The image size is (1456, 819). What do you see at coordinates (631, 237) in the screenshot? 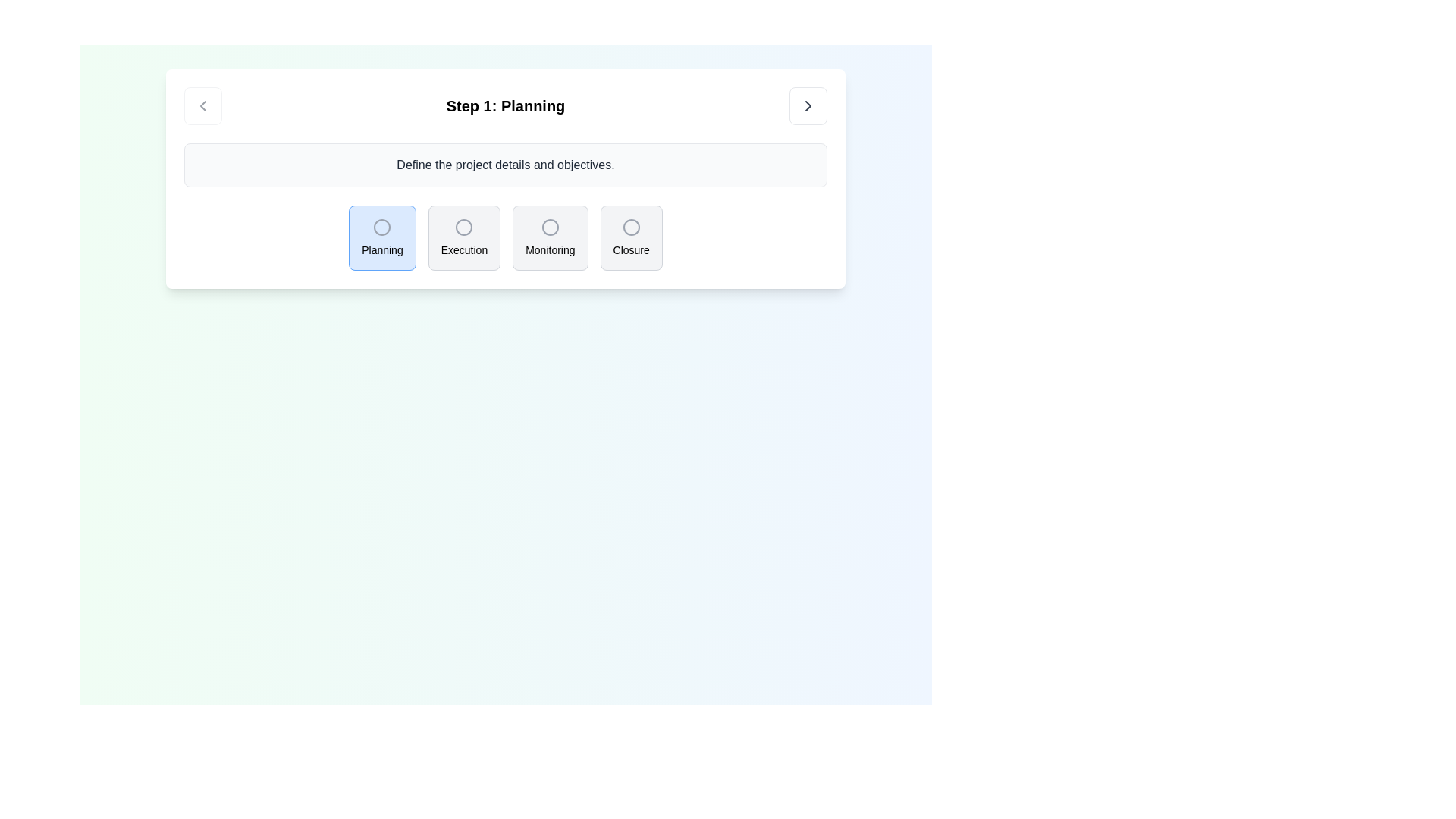
I see `the 'Closure' button, which is a circular icon with a text label below it, located on the far right of the group of similar components` at bounding box center [631, 237].